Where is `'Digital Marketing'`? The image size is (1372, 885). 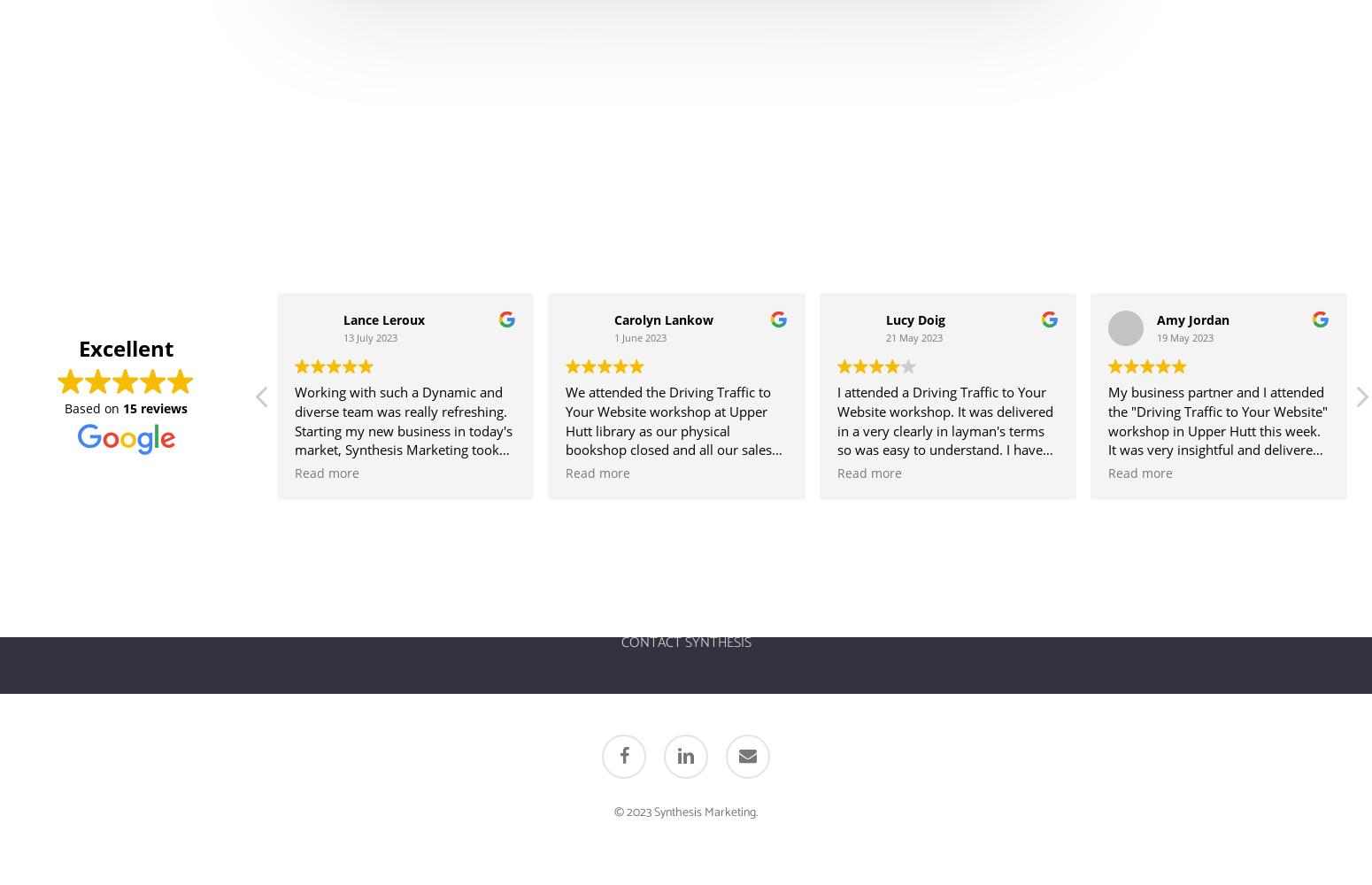
'Digital Marketing' is located at coordinates (479, 612).